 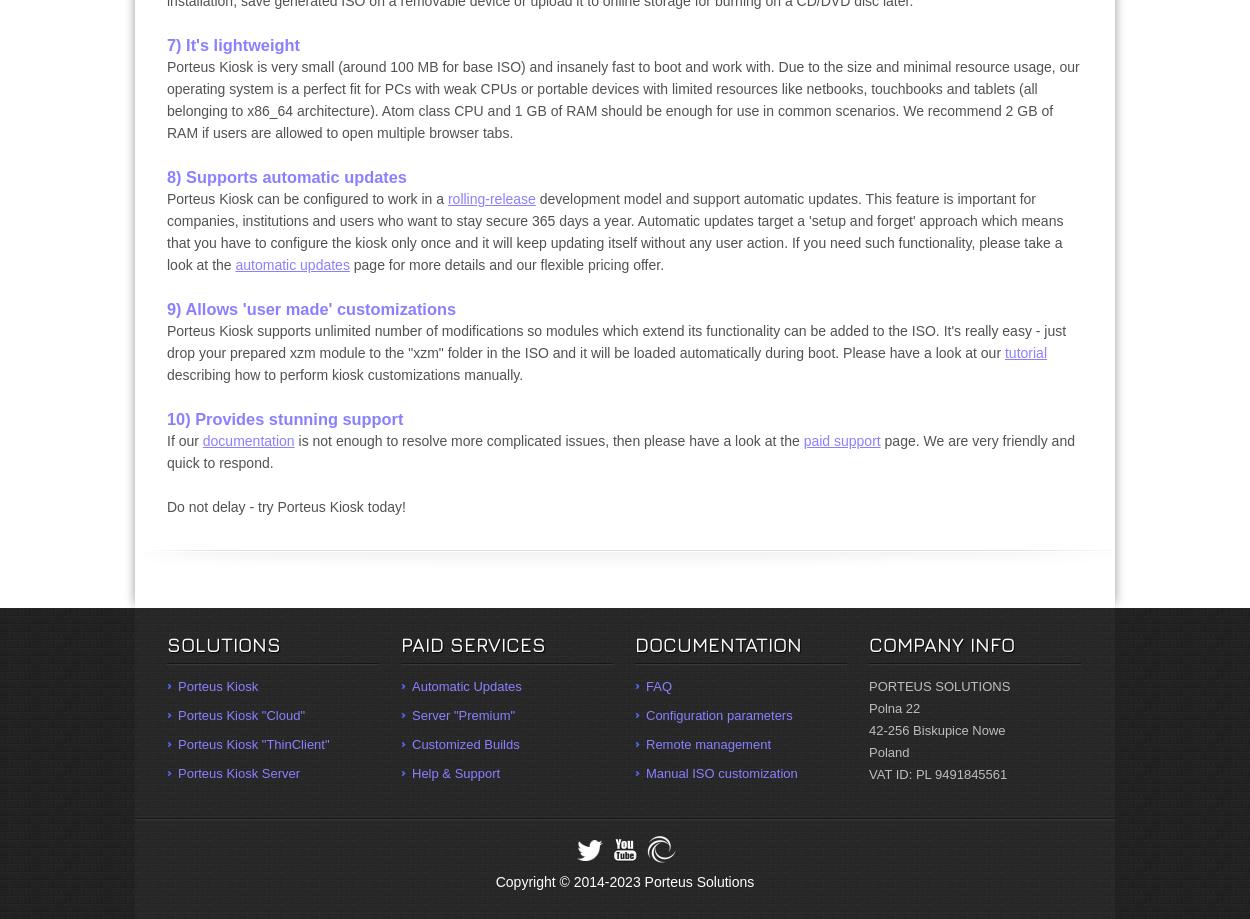 I want to click on 'Manual ISO customization', so click(x=720, y=773).